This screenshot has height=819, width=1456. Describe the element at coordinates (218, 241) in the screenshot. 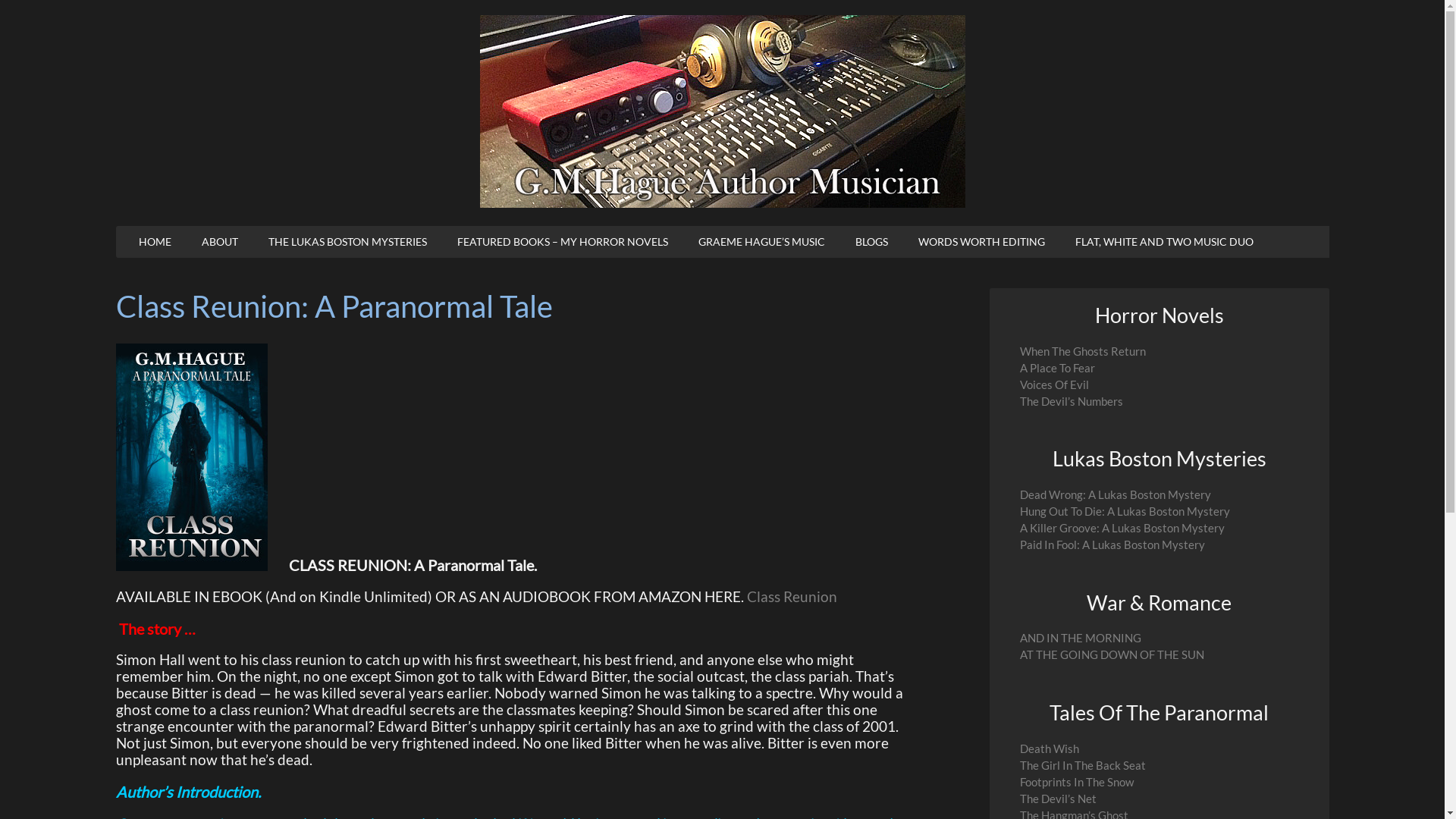

I see `'ABOUT'` at that location.